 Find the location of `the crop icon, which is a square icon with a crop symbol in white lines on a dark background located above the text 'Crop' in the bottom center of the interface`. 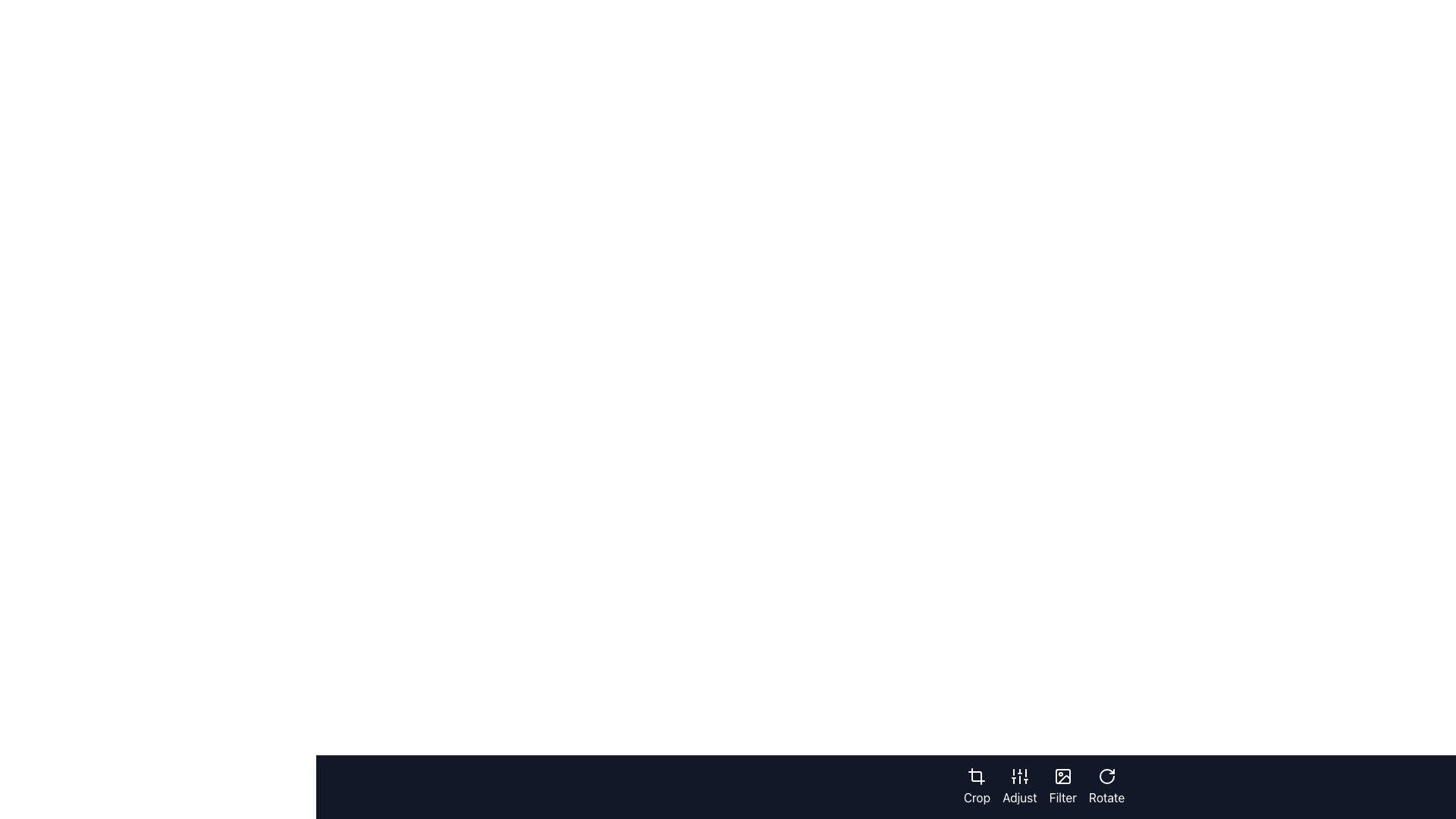

the crop icon, which is a square icon with a crop symbol in white lines on a dark background located above the text 'Crop' in the bottom center of the interface is located at coordinates (976, 776).